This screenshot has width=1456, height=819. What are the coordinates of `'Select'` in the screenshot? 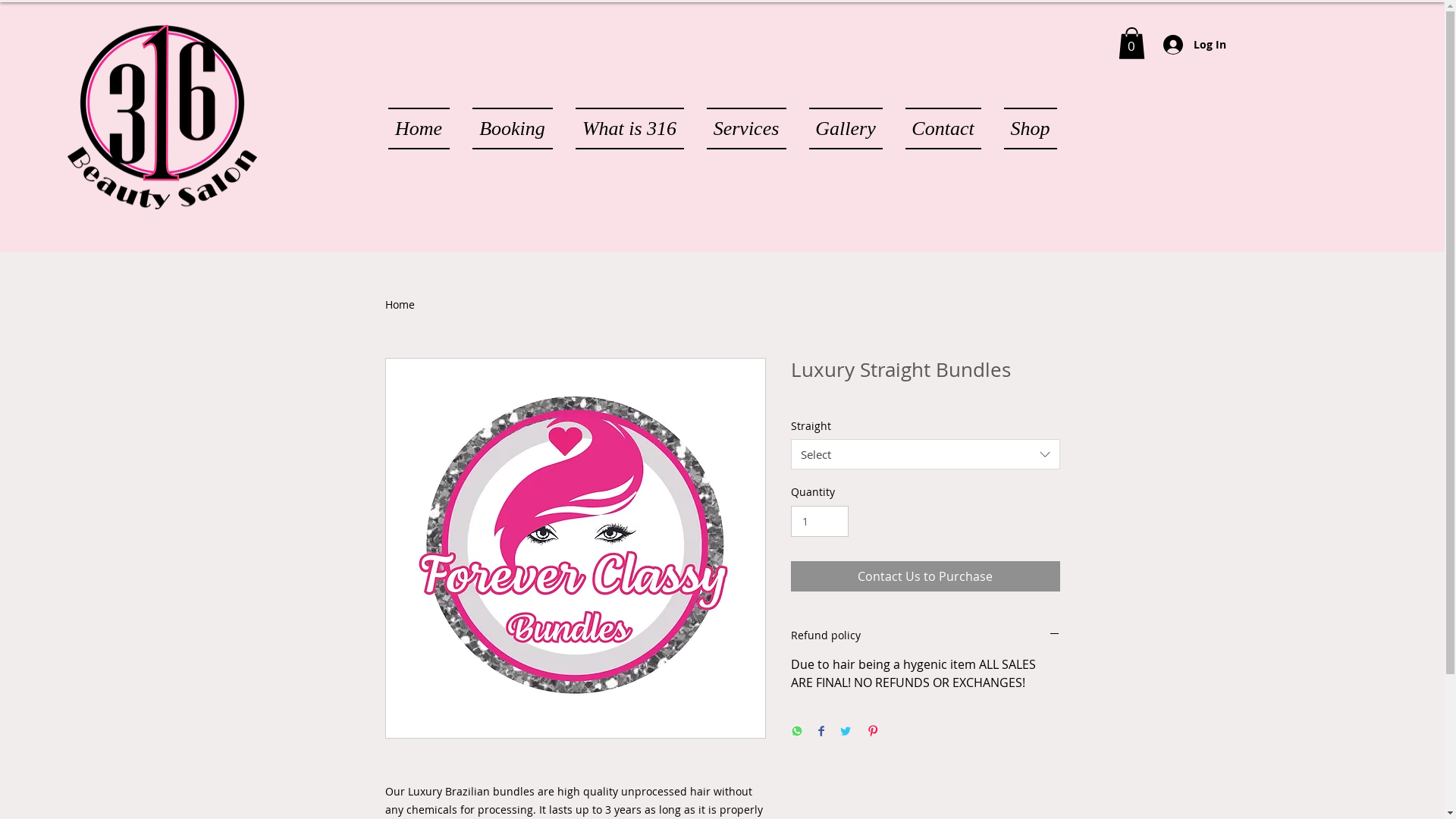 It's located at (924, 453).